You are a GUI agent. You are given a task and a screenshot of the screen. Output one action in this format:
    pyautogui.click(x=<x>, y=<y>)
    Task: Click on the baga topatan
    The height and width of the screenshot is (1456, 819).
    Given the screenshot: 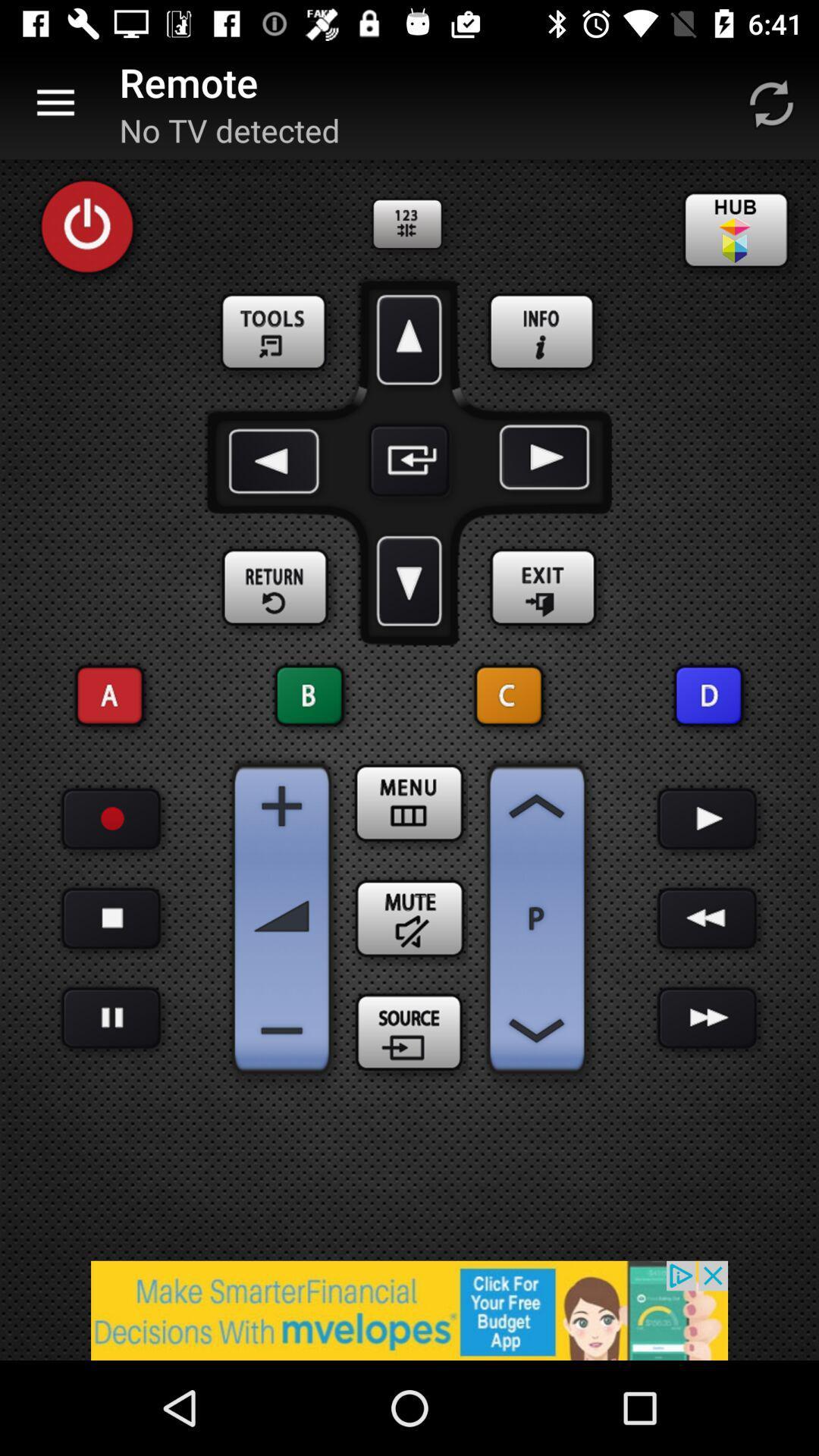 What is the action you would take?
    pyautogui.click(x=708, y=918)
    